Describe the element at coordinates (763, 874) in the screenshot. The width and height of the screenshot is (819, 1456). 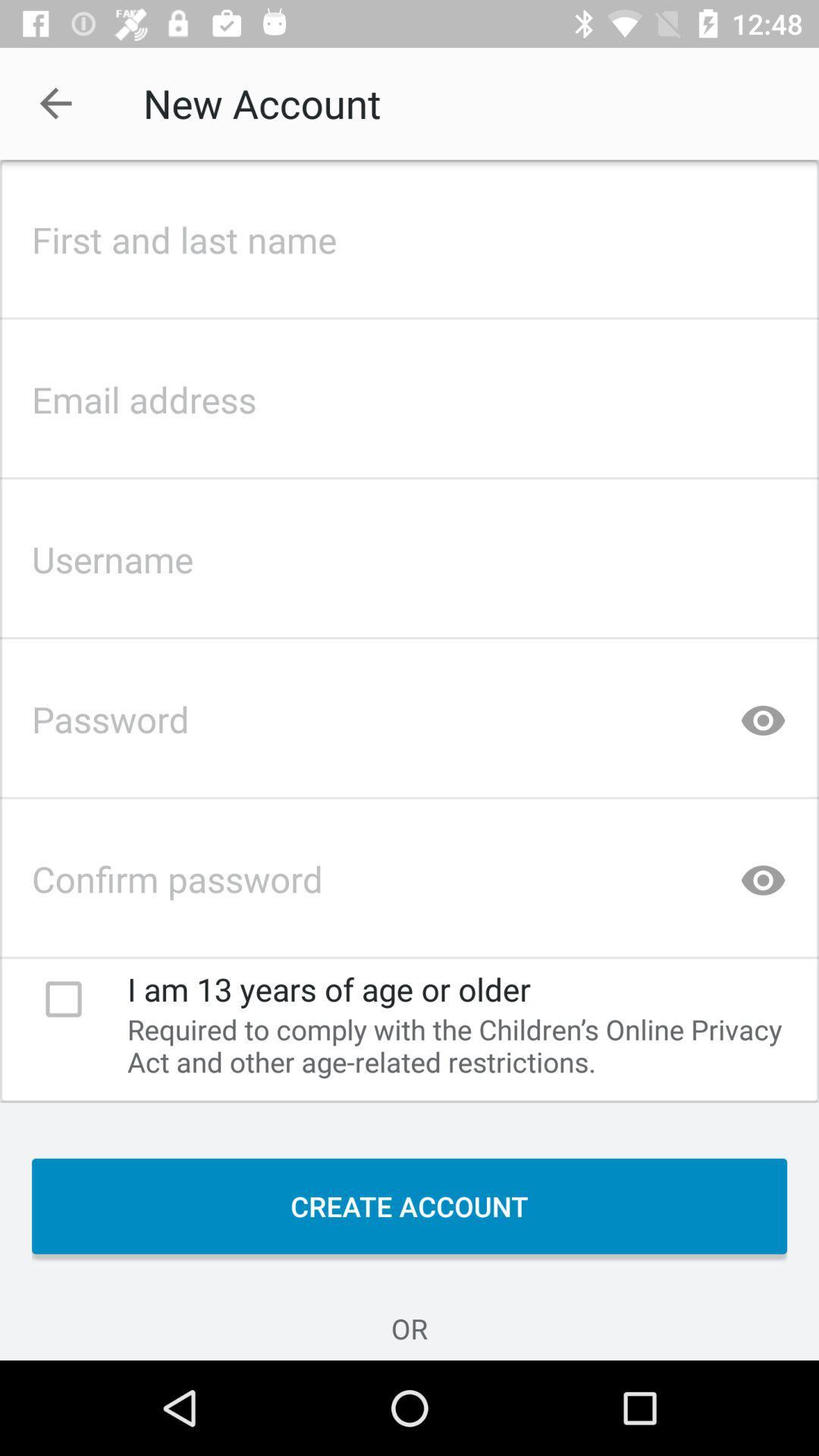
I see `show password` at that location.